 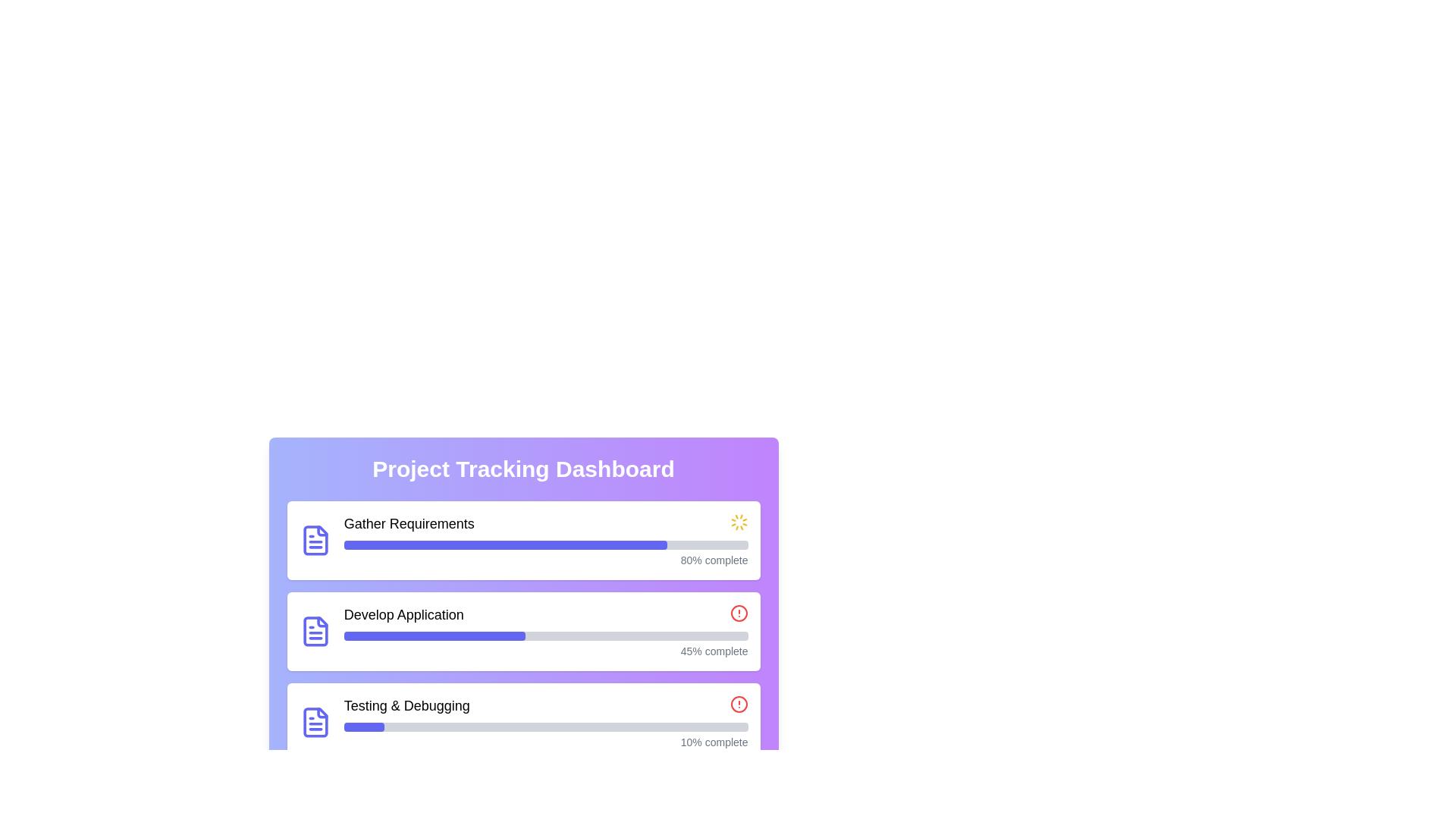 What do you see at coordinates (364, 726) in the screenshot?
I see `the Progress Indicator that visually indicates the completed percentage of the 'Testing & Debugging' task within the project's progress dashboard, located at the bottom of the task list` at bounding box center [364, 726].